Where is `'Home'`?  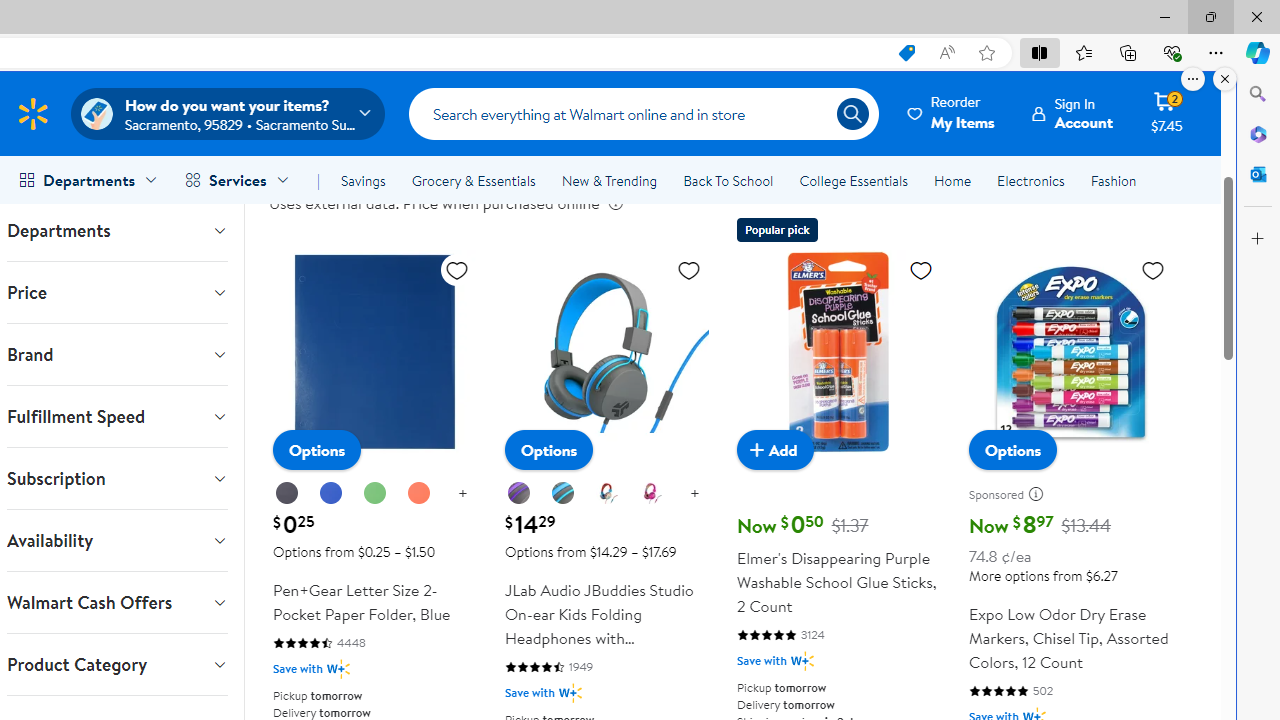 'Home' is located at coordinates (951, 181).